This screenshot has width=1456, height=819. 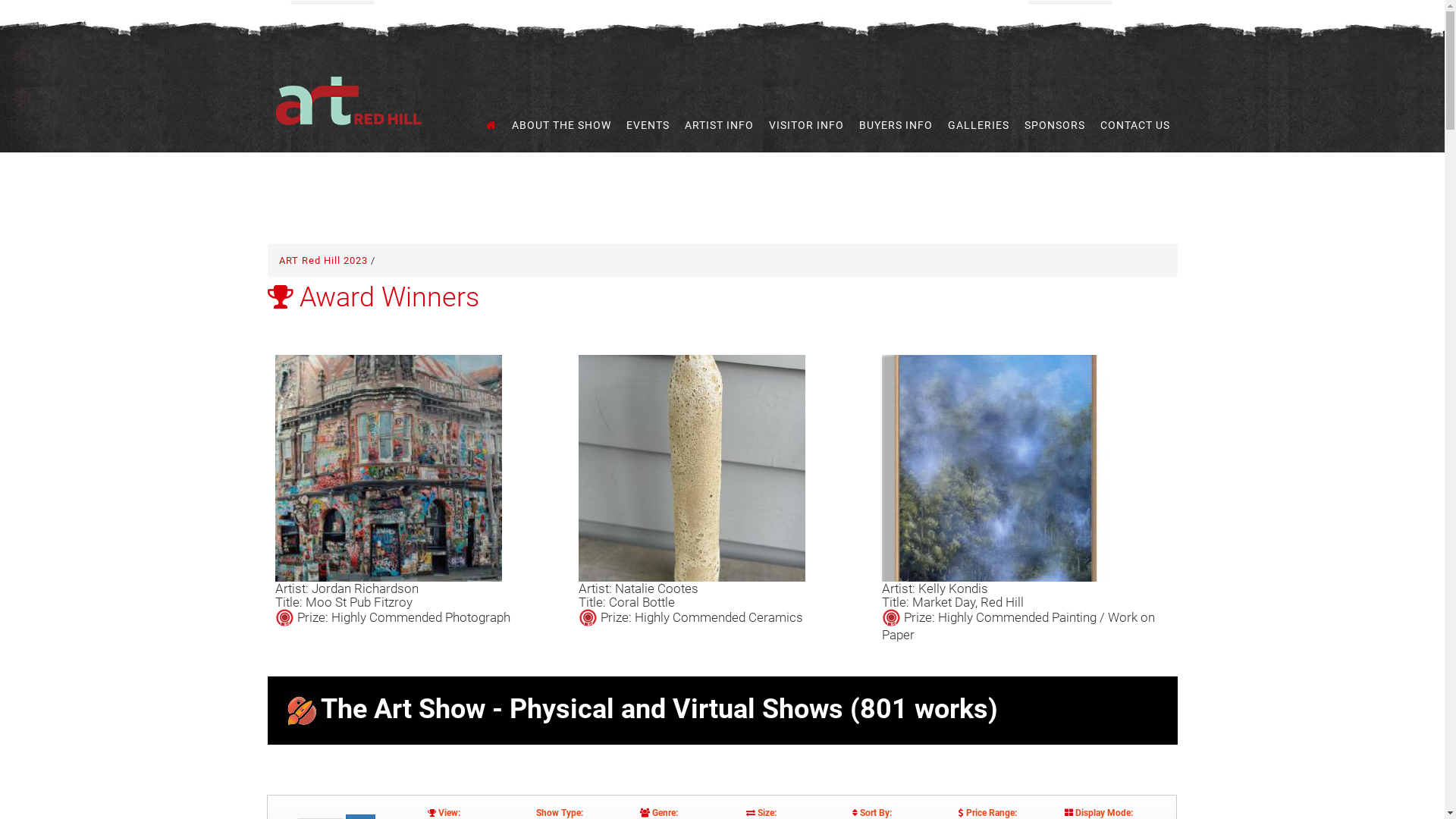 I want to click on 'EVENTS', so click(x=647, y=124).